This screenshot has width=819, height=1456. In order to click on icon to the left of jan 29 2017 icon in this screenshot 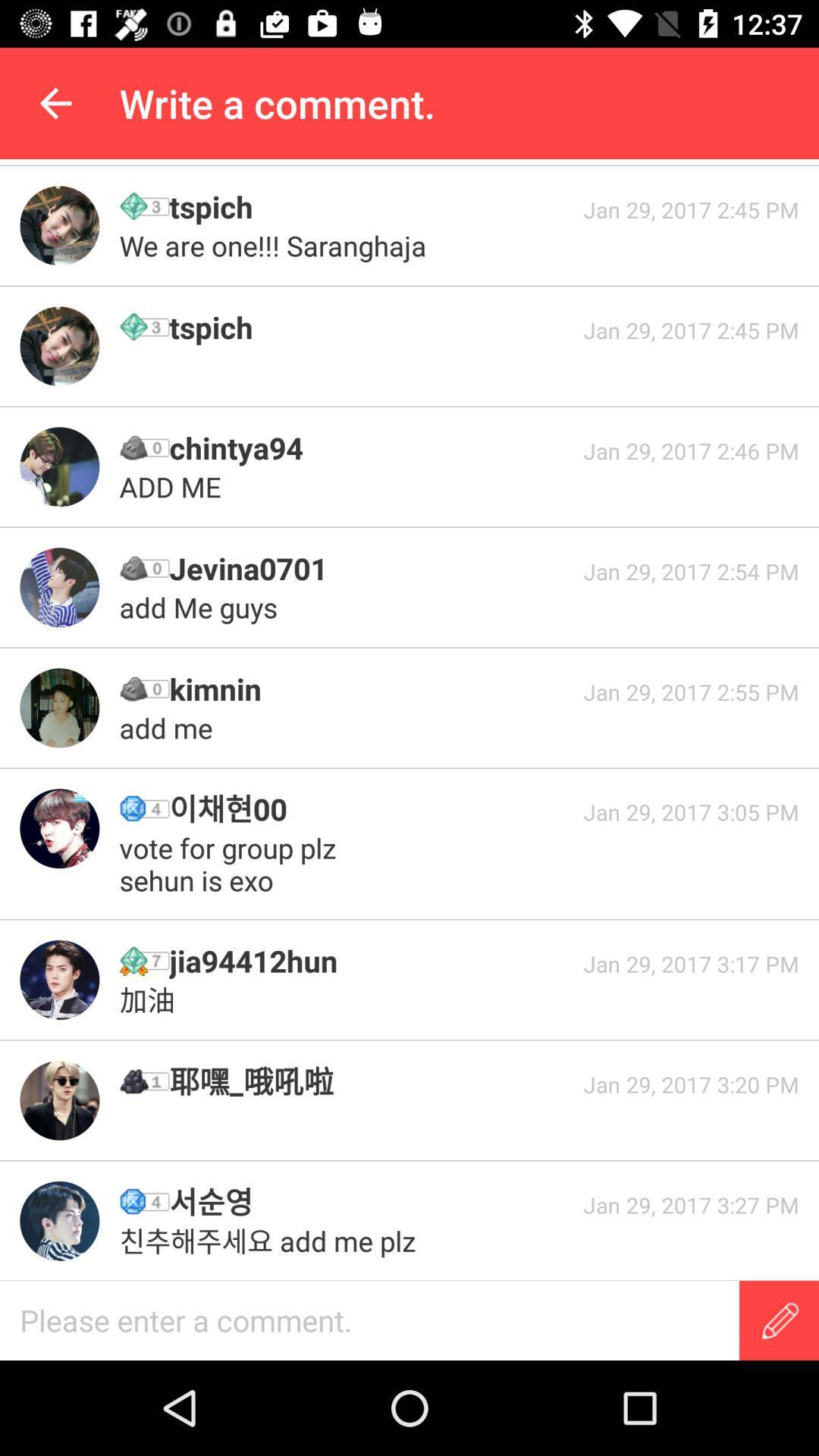, I will do `click(371, 808)`.